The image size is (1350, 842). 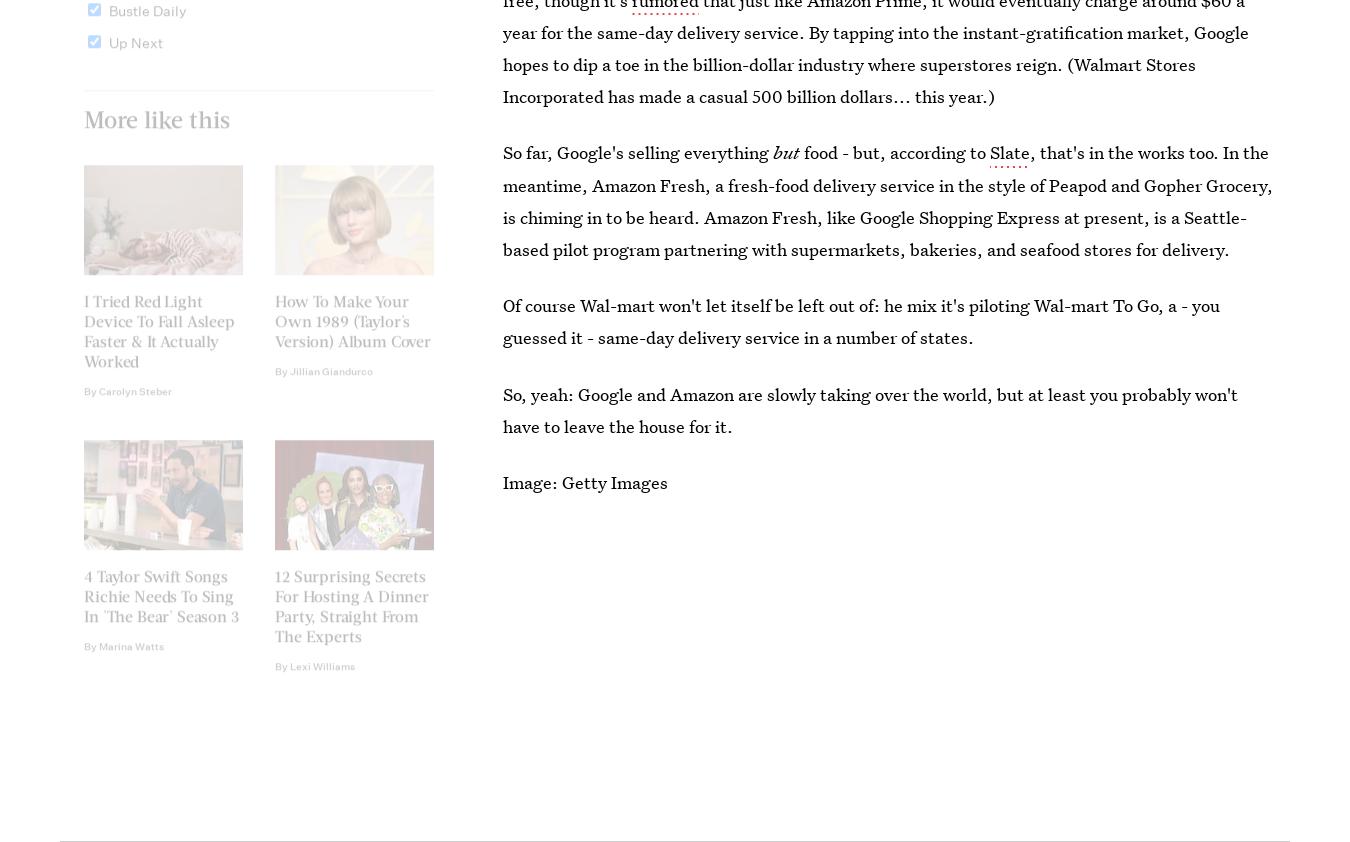 What do you see at coordinates (82, 132) in the screenshot?
I see `'More like this'` at bounding box center [82, 132].